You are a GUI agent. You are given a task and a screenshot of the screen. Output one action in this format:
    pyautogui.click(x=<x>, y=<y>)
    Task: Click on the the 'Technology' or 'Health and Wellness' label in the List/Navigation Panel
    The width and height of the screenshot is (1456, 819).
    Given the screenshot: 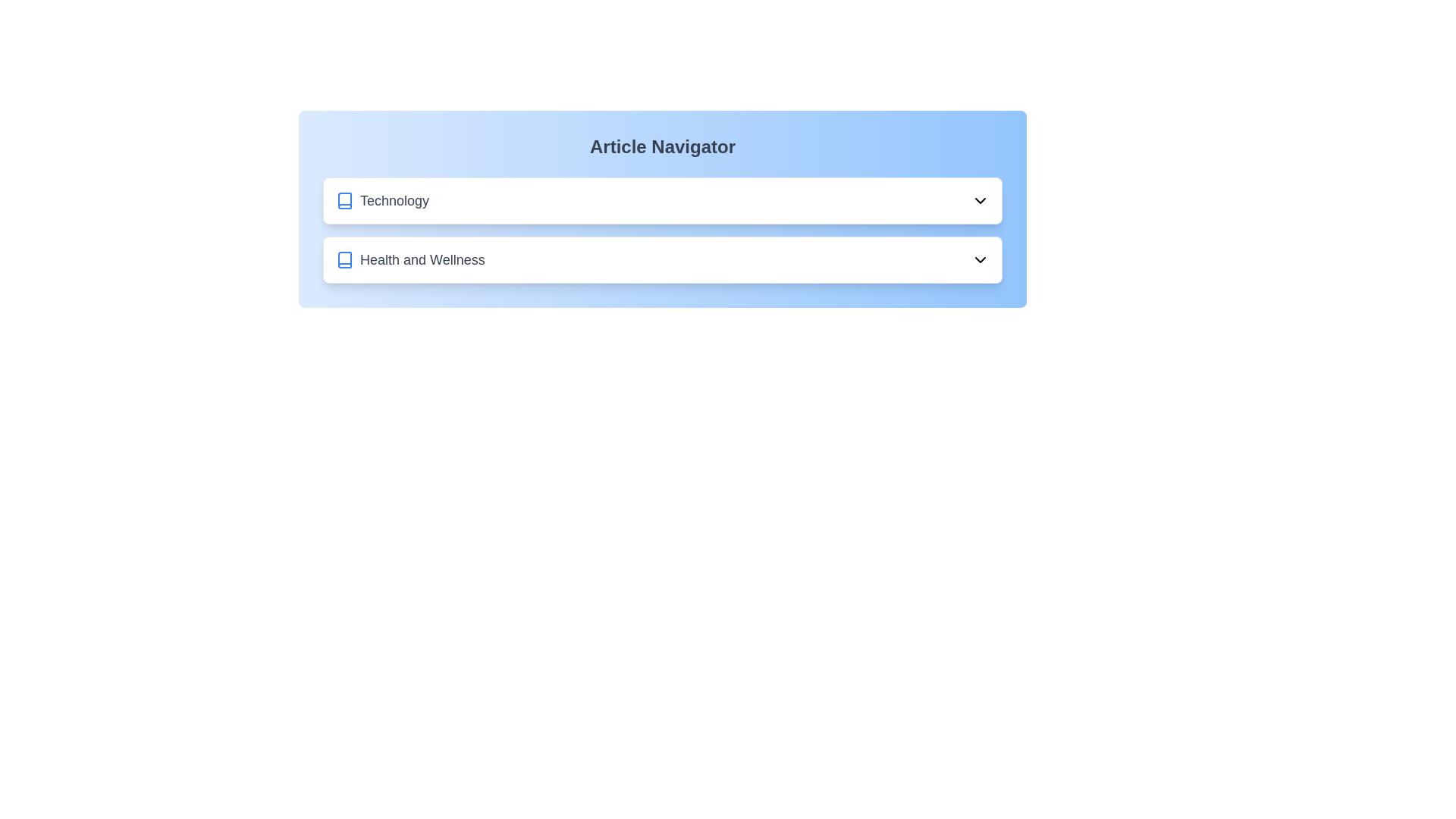 What is the action you would take?
    pyautogui.click(x=662, y=231)
    